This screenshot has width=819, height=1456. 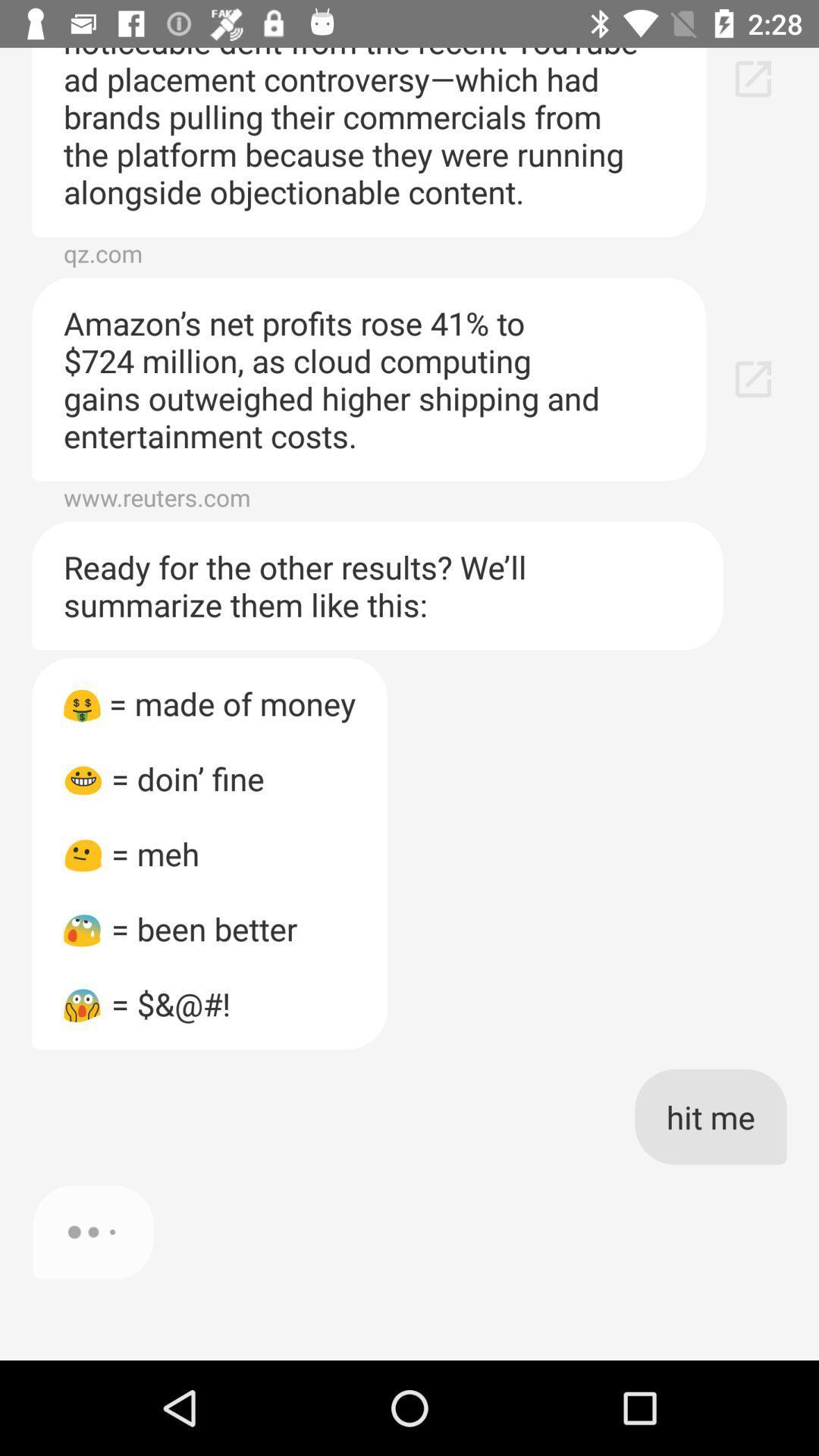 What do you see at coordinates (369, 142) in the screenshot?
I see `the item above qz.com` at bounding box center [369, 142].